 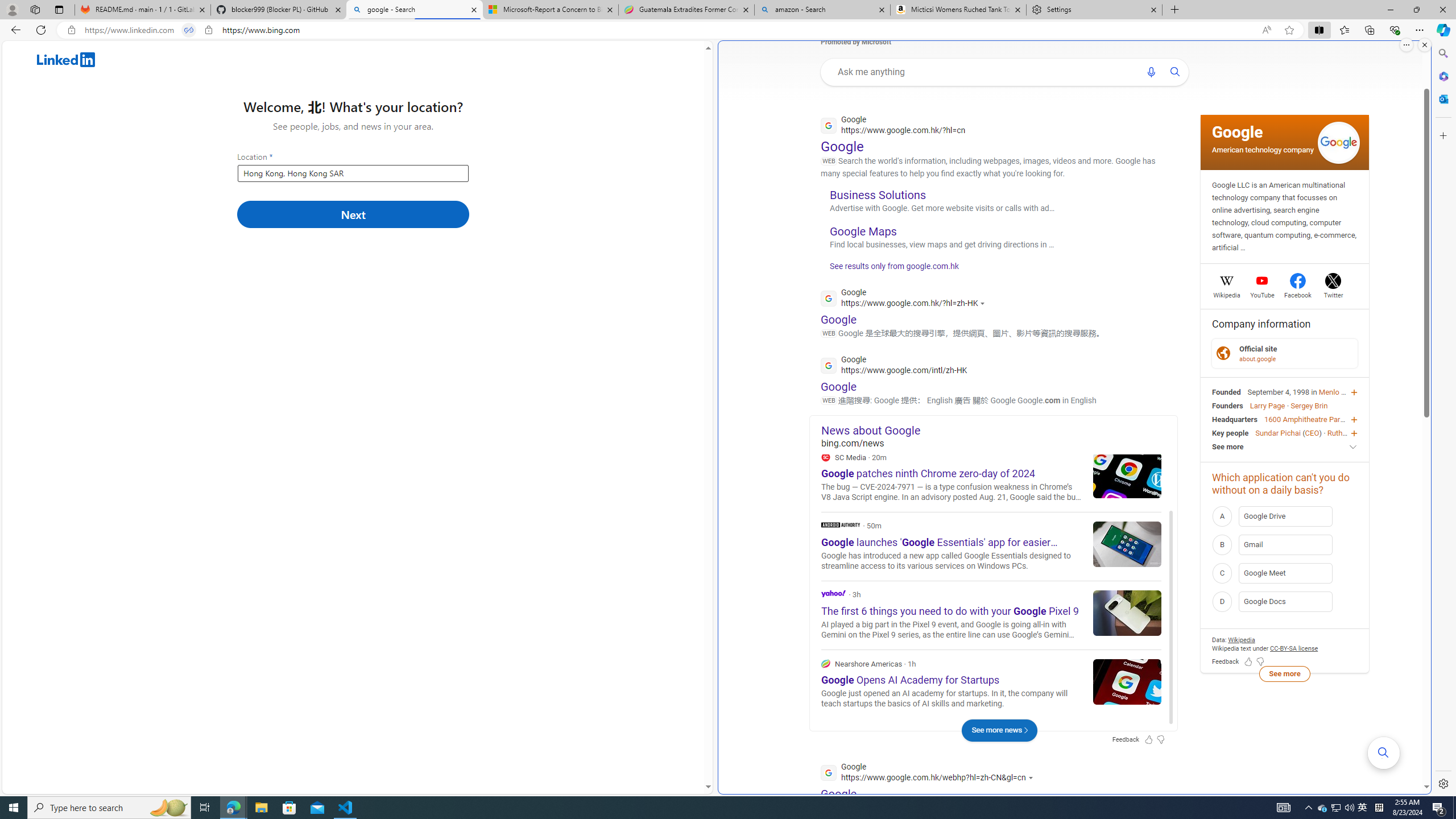 What do you see at coordinates (1338, 142) in the screenshot?
I see `'See more images of Google'` at bounding box center [1338, 142].